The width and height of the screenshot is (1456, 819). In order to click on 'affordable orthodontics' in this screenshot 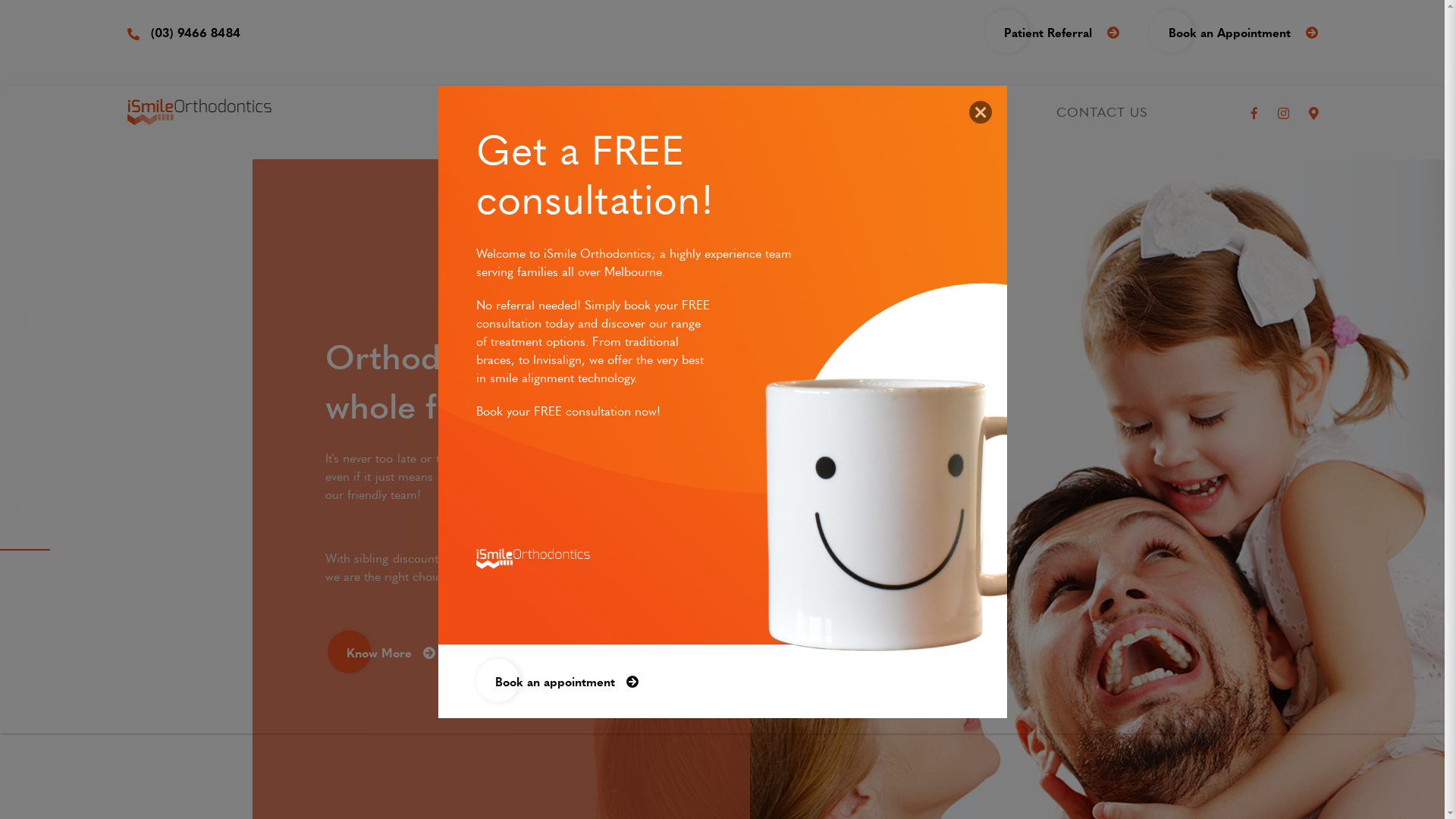, I will do `click(532, 558)`.